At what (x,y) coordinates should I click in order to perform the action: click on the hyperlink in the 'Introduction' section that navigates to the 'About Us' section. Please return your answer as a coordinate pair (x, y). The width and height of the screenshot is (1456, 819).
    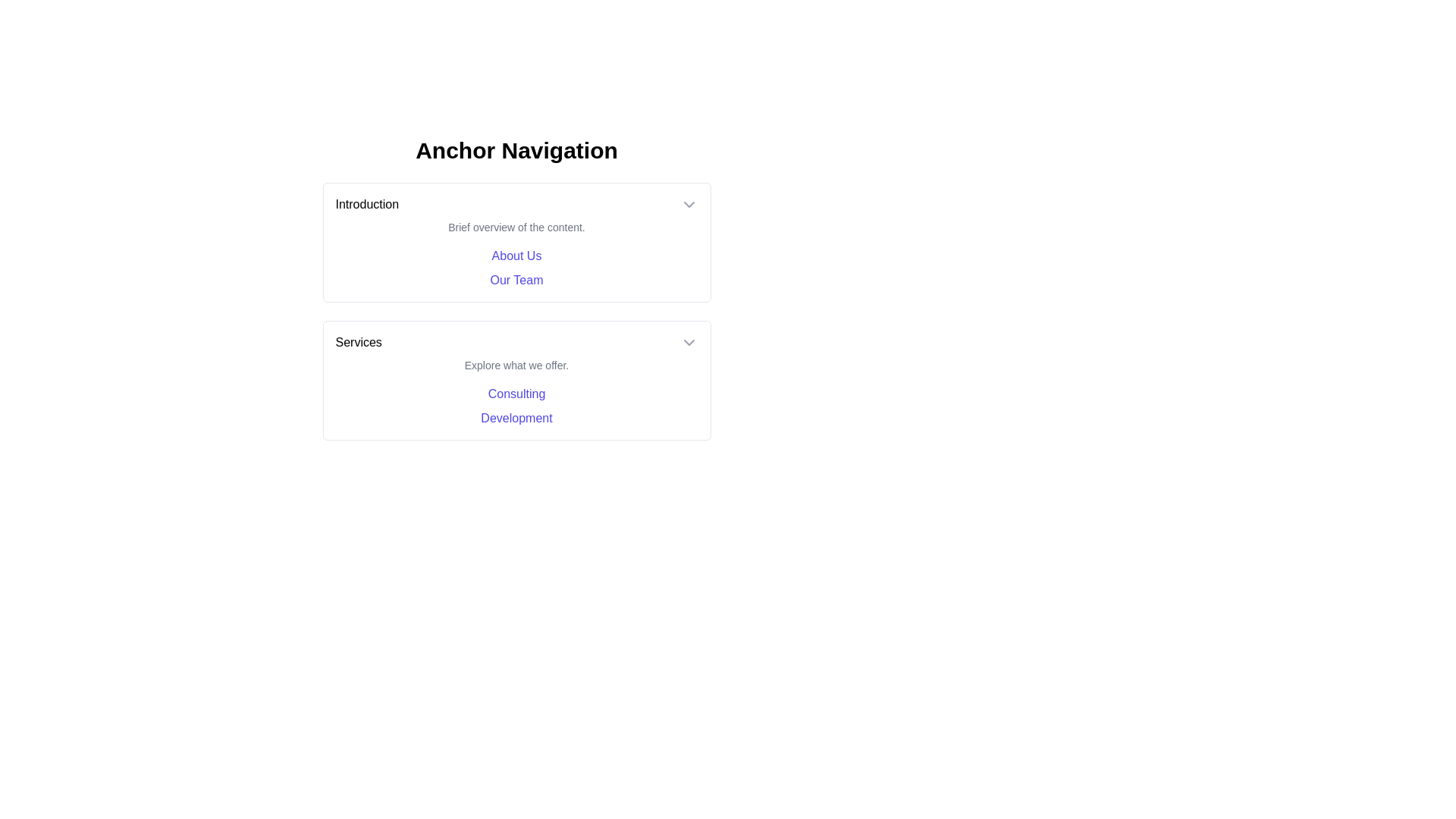
    Looking at the image, I should click on (516, 256).